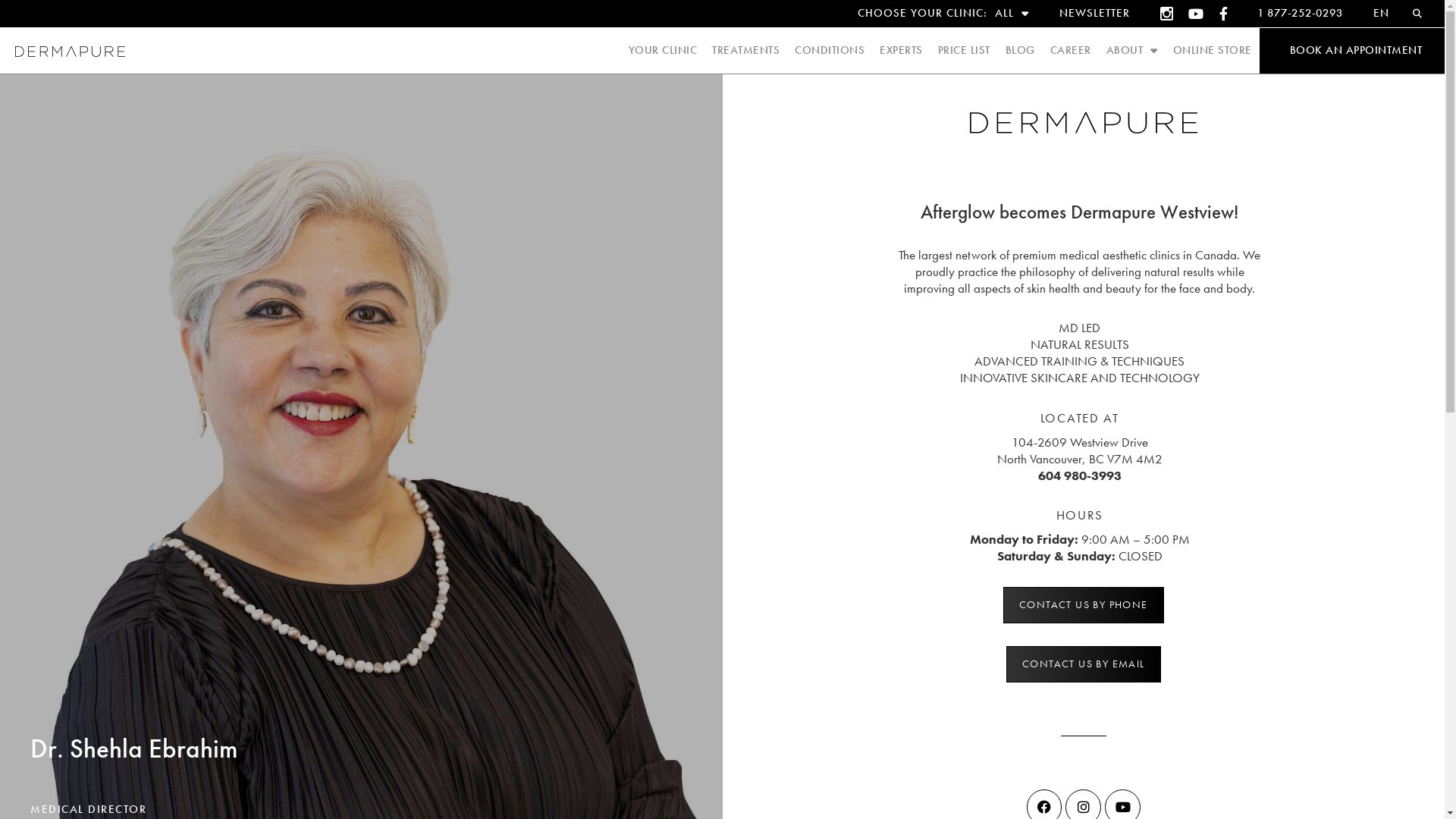 This screenshot has height=819, width=1456. What do you see at coordinates (1355, 49) in the screenshot?
I see `'BOOK AN APPOINTMENT'` at bounding box center [1355, 49].